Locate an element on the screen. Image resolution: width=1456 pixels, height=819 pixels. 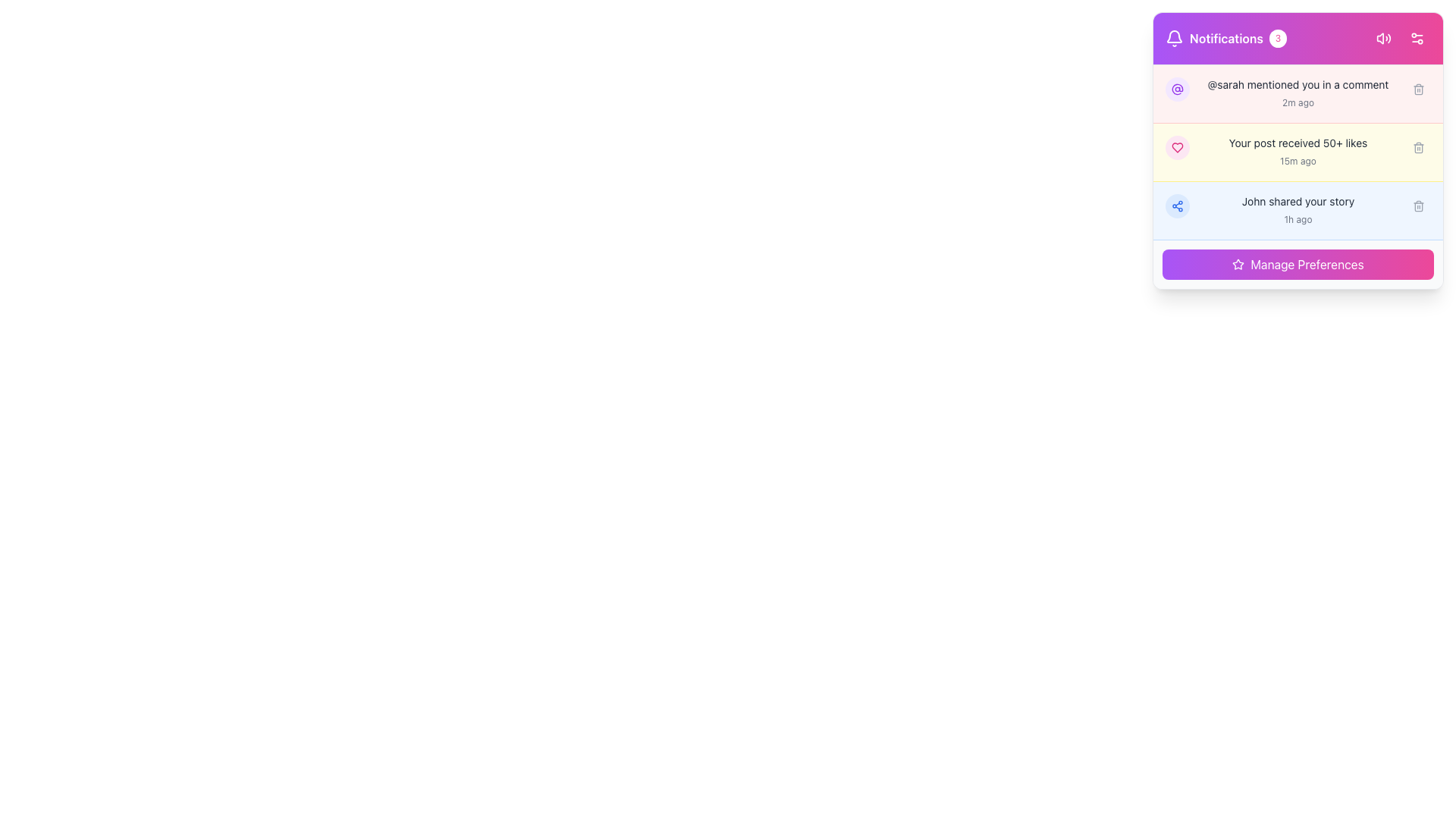
the delete button located to the right of the notification text '@sarah mentioned you in a comment' in the first notification row of the notification panel is located at coordinates (1418, 89).